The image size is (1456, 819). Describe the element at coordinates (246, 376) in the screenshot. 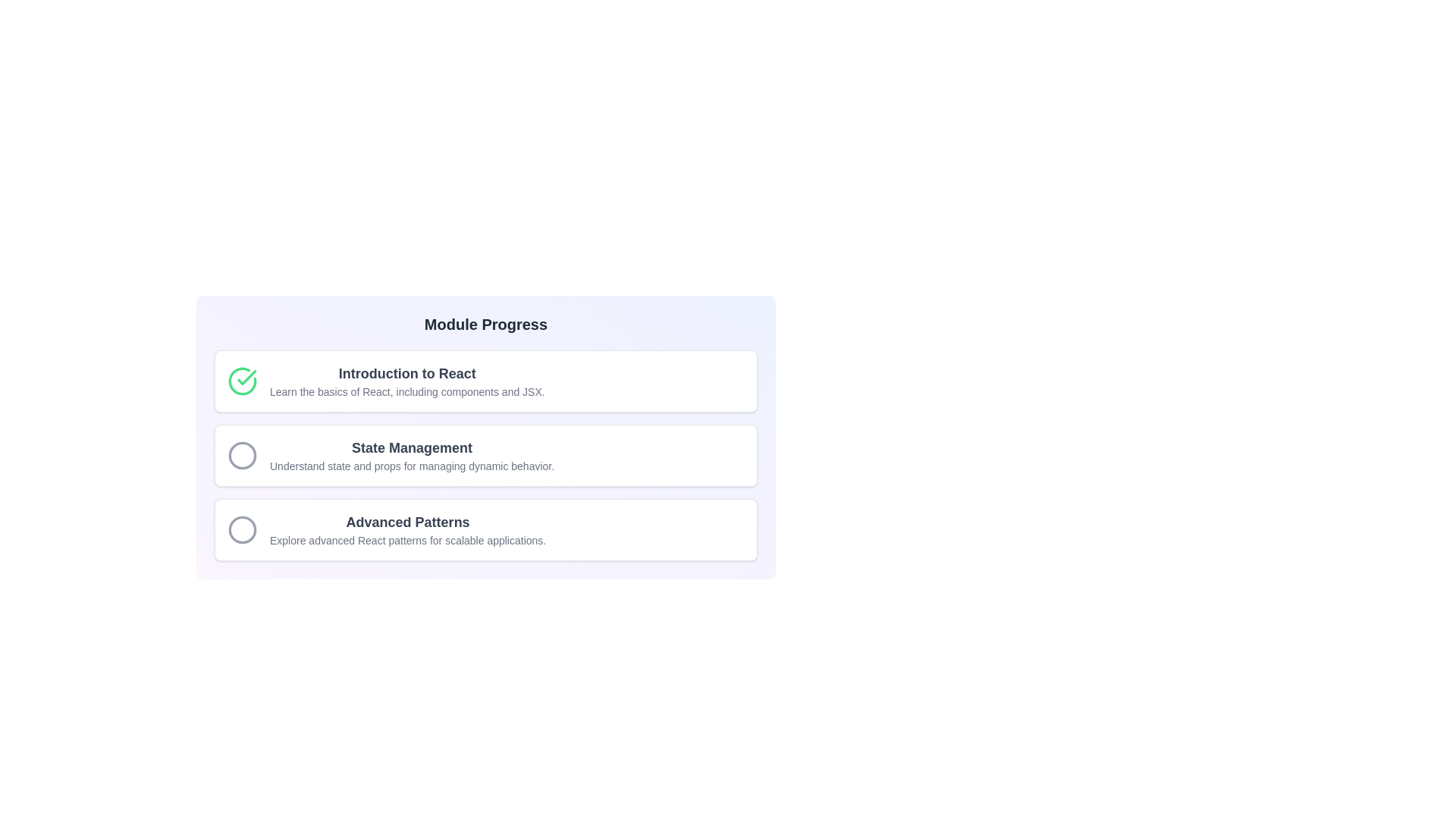

I see `the tick mark icon that indicates the completion of the 'Introduction to React' module in the 'Module Progress' list` at that location.